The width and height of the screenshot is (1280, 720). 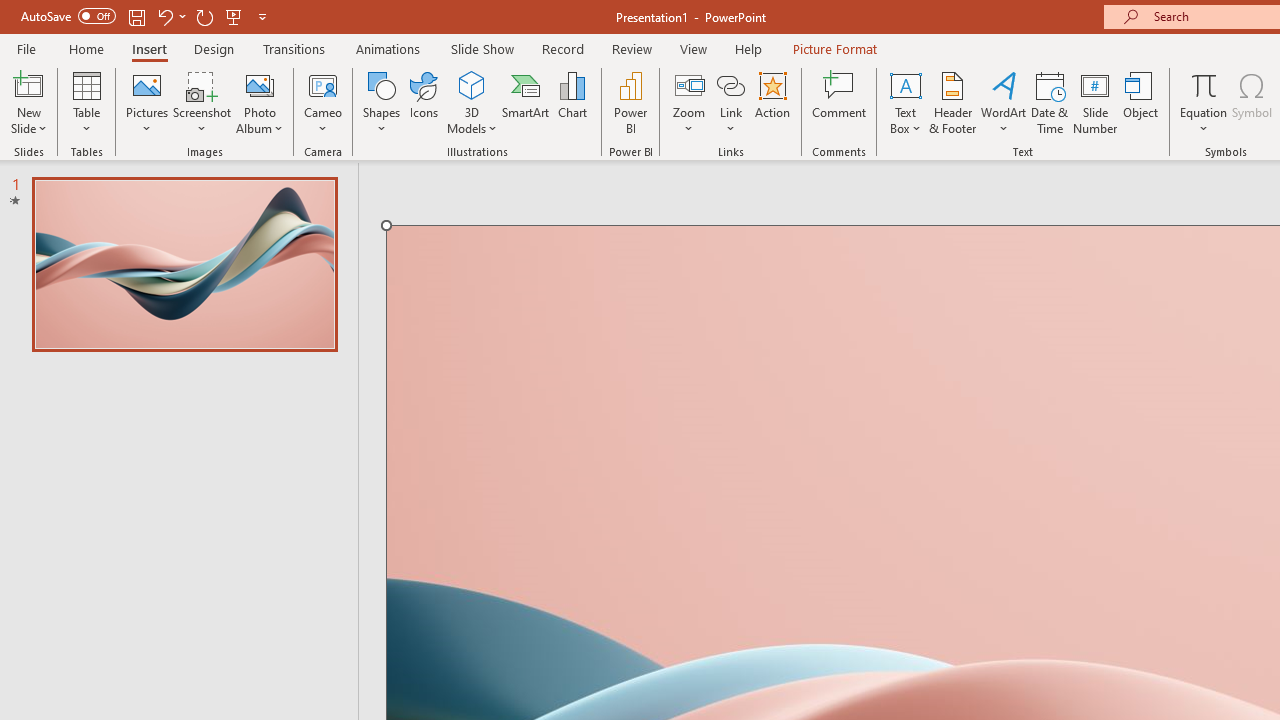 I want to click on 'Icons', so click(x=423, y=103).